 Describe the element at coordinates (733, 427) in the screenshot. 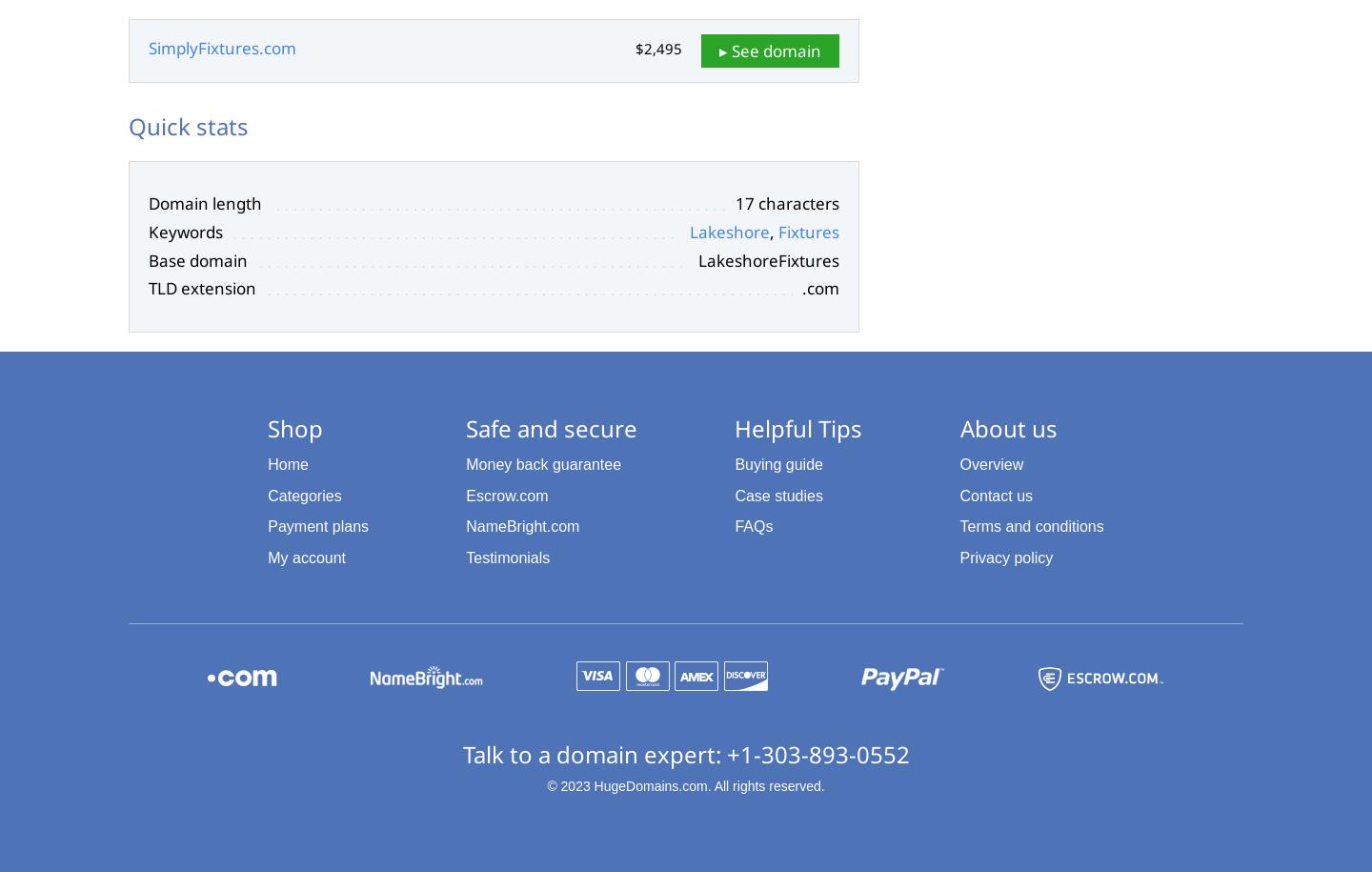

I see `'Helpful Tips'` at that location.